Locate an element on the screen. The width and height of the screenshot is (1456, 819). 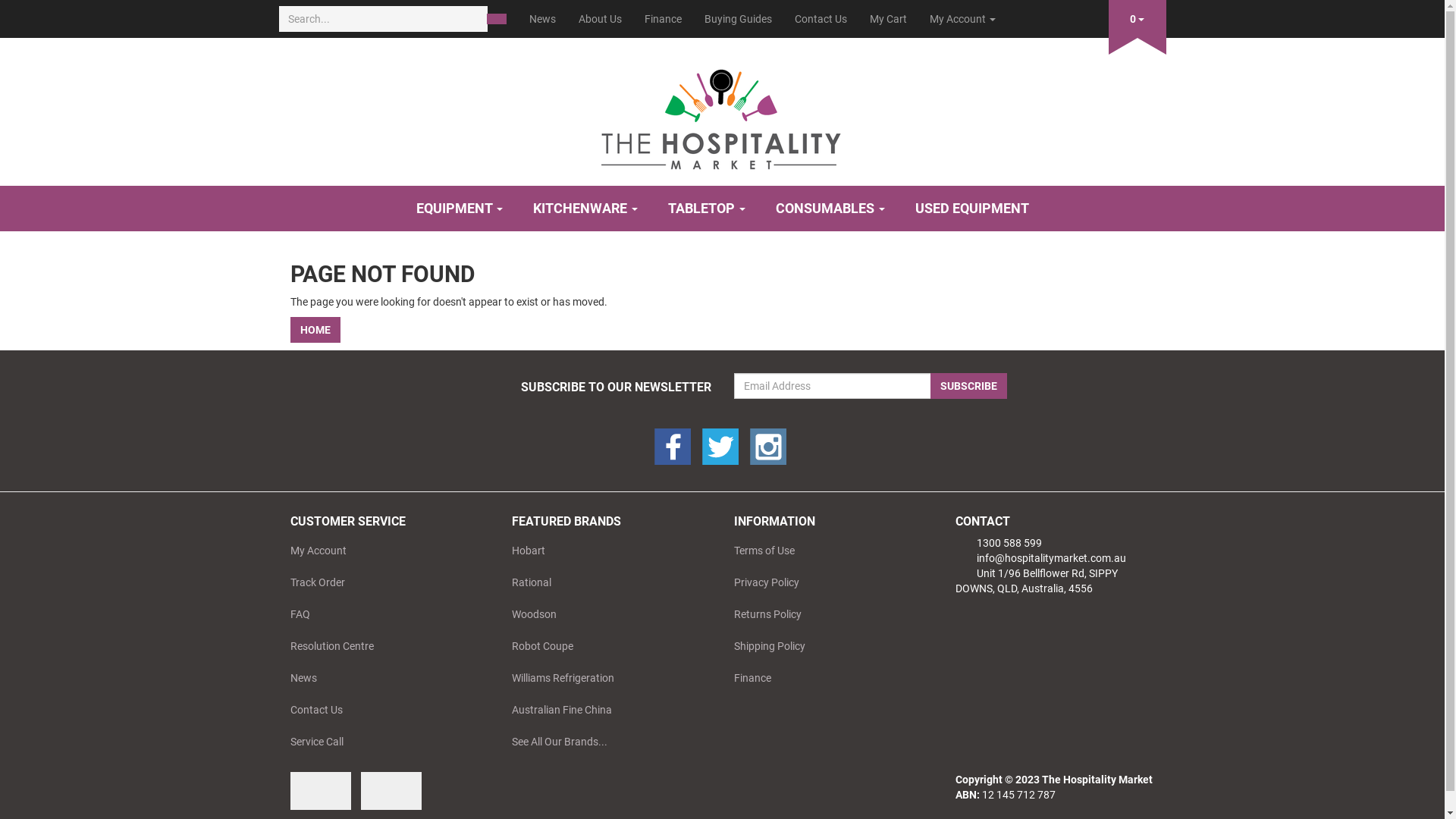
'0' is located at coordinates (1109, 15).